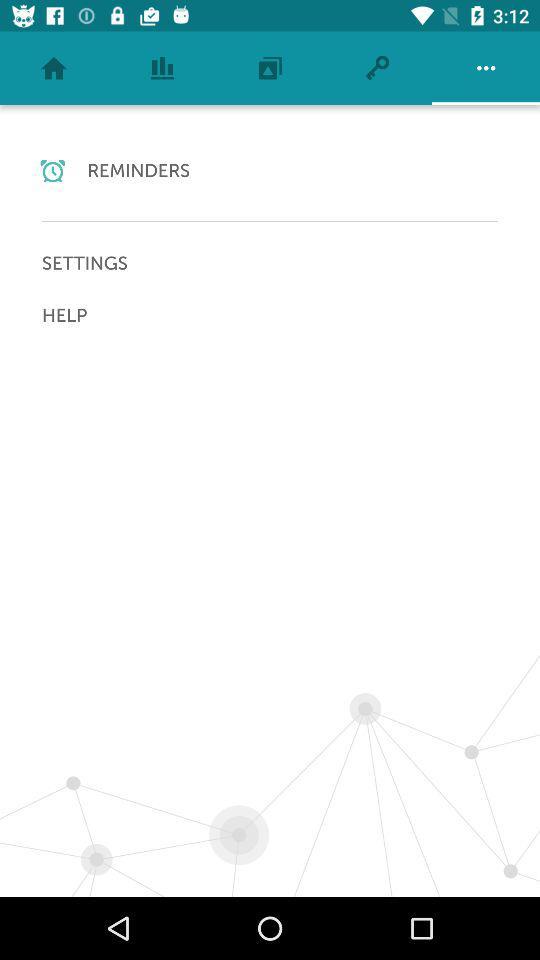 This screenshot has height=960, width=540. What do you see at coordinates (270, 315) in the screenshot?
I see `help item` at bounding box center [270, 315].